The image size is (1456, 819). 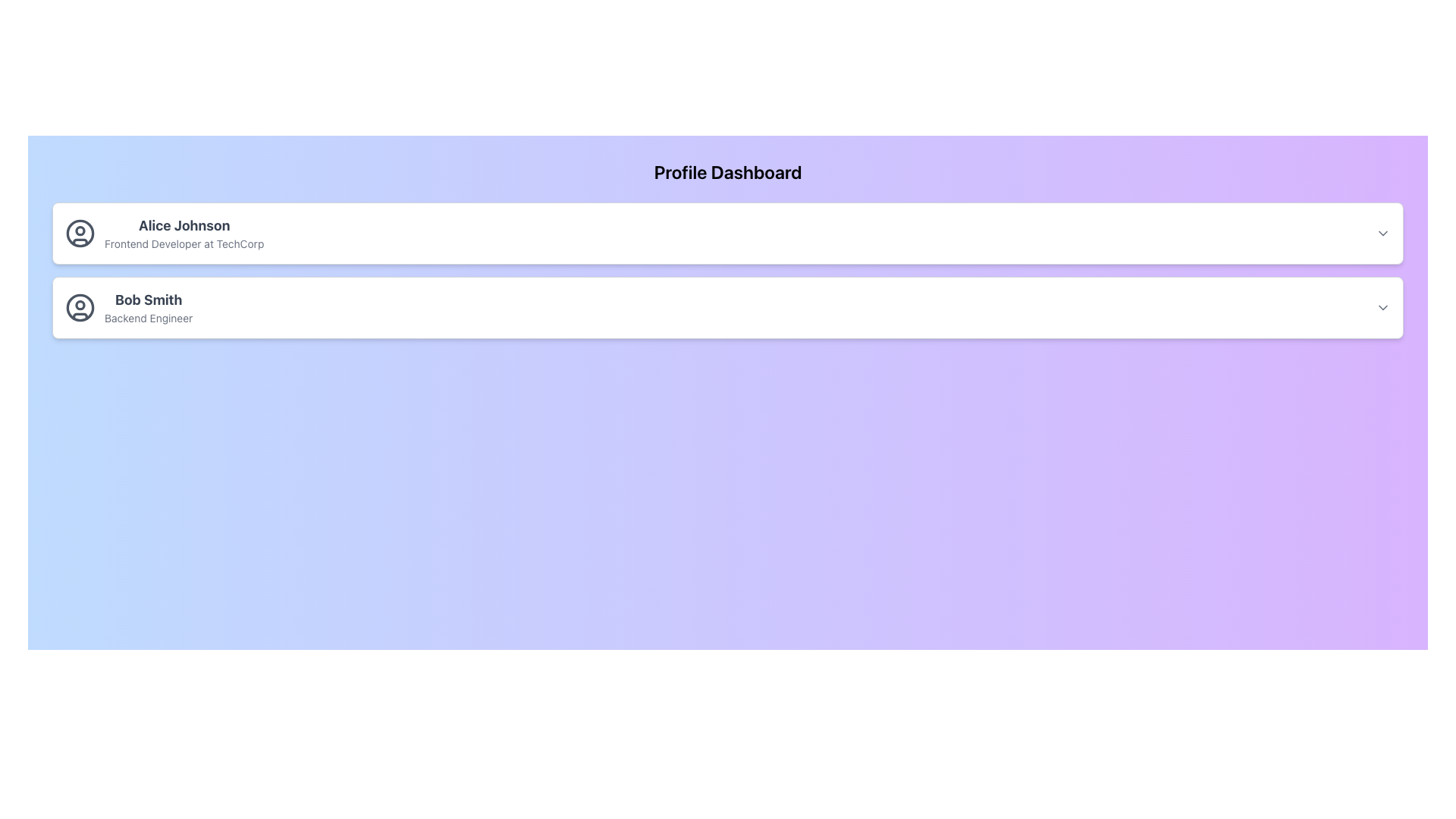 I want to click on the User Profile Icon representing 'Bob Smith', so click(x=79, y=307).